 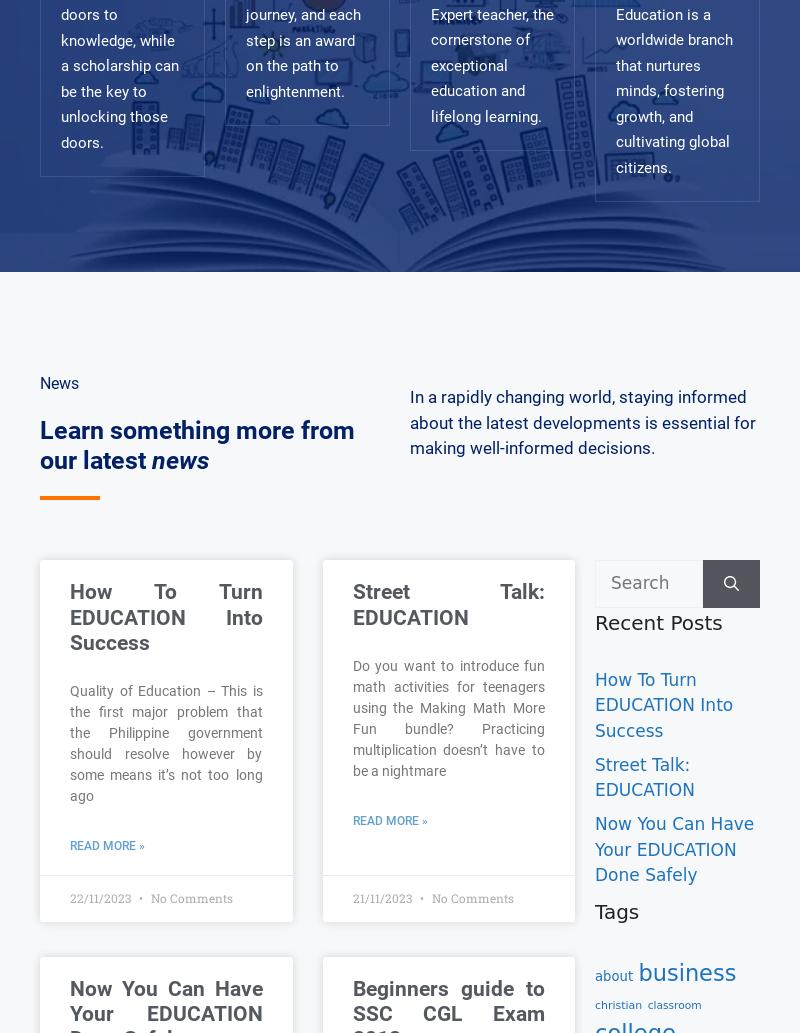 What do you see at coordinates (616, 911) in the screenshot?
I see `'Tags'` at bounding box center [616, 911].